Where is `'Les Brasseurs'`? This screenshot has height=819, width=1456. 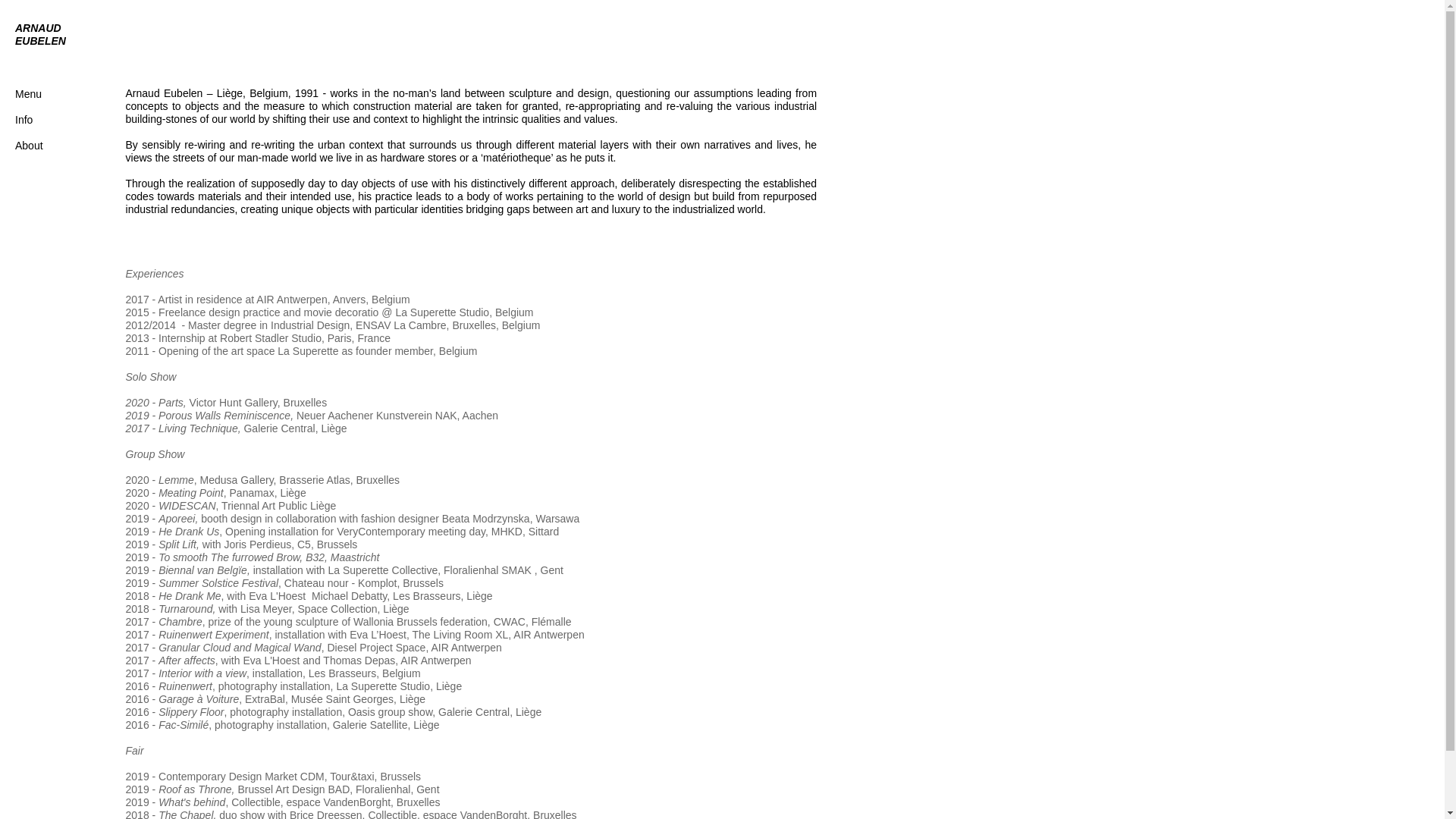
'Les Brasseurs' is located at coordinates (341, 672).